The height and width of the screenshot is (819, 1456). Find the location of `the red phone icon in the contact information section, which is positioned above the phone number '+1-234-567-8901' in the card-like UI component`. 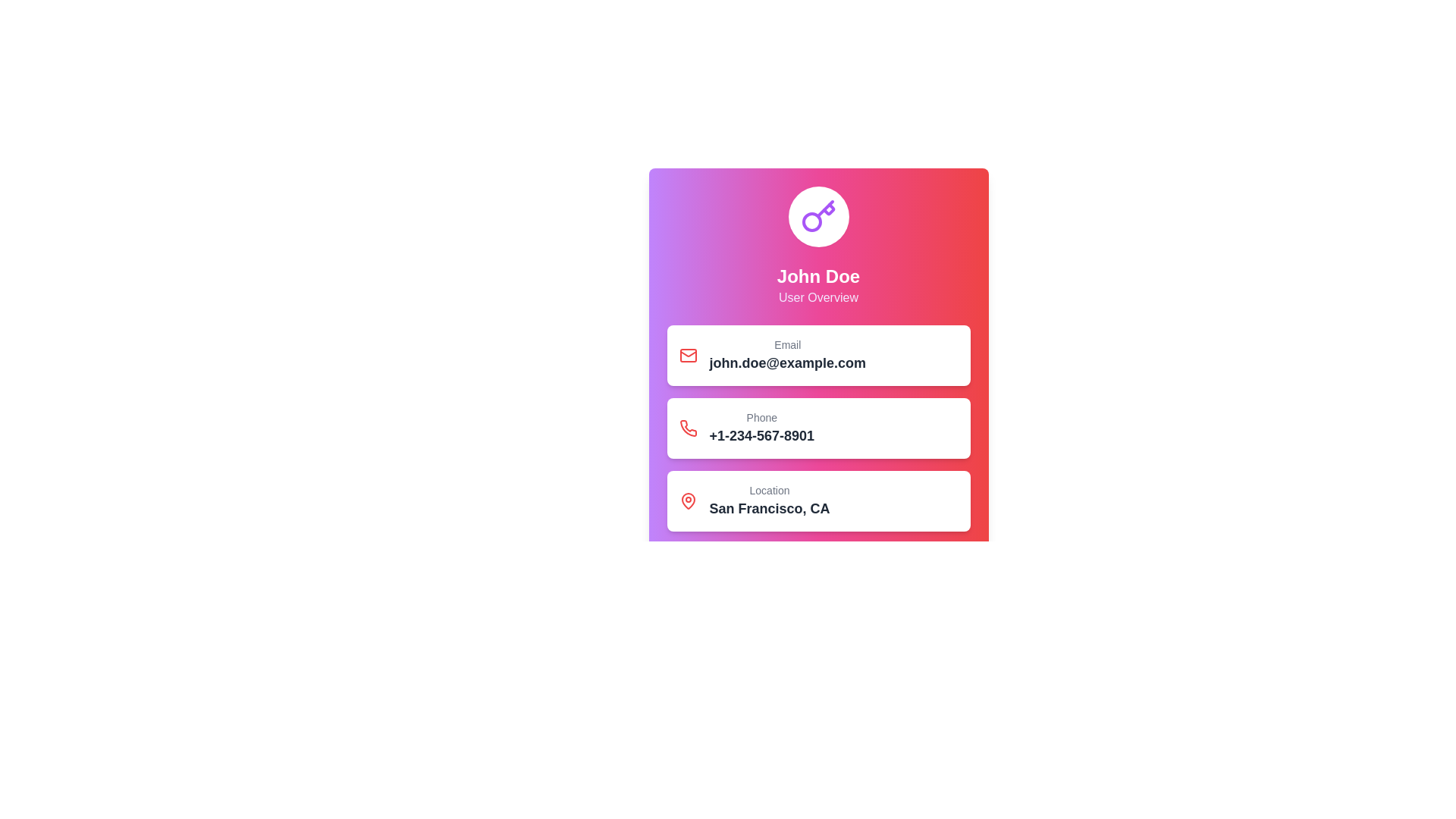

the red phone icon in the contact information section, which is positioned above the phone number '+1-234-567-8901' in the card-like UI component is located at coordinates (687, 428).